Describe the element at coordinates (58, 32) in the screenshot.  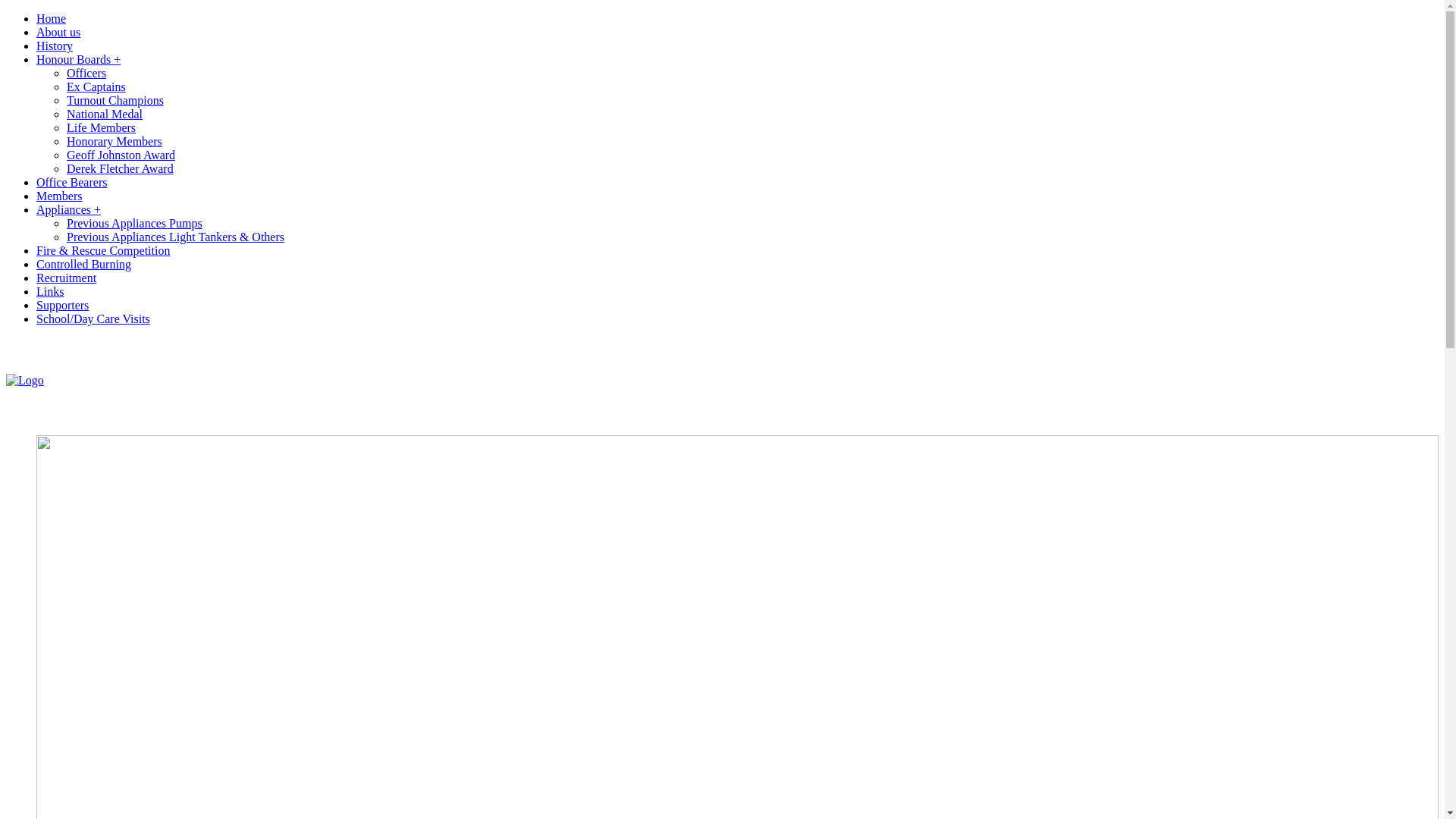
I see `'About us'` at that location.